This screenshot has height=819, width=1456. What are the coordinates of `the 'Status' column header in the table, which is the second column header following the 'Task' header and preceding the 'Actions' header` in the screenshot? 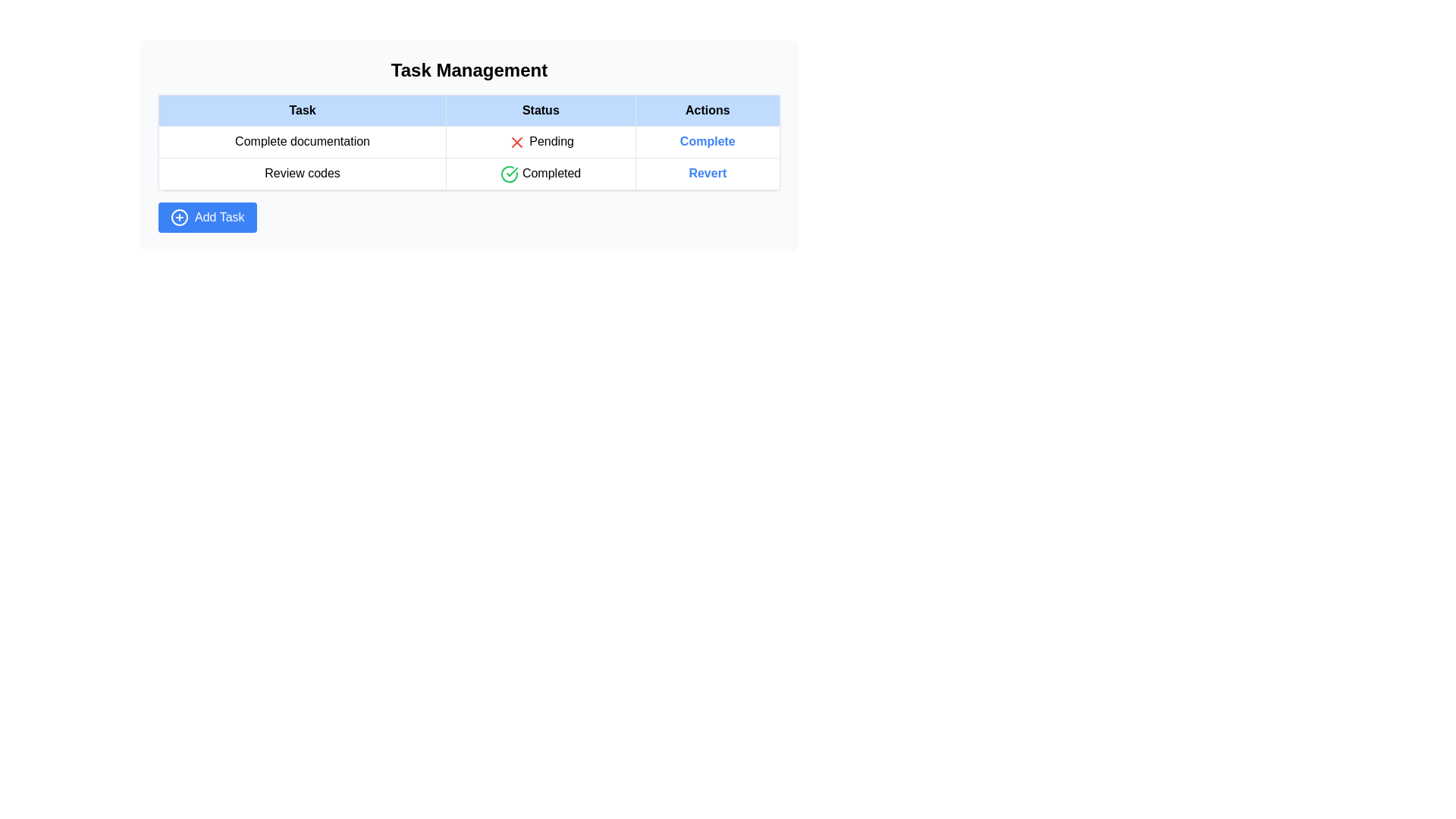 It's located at (541, 110).